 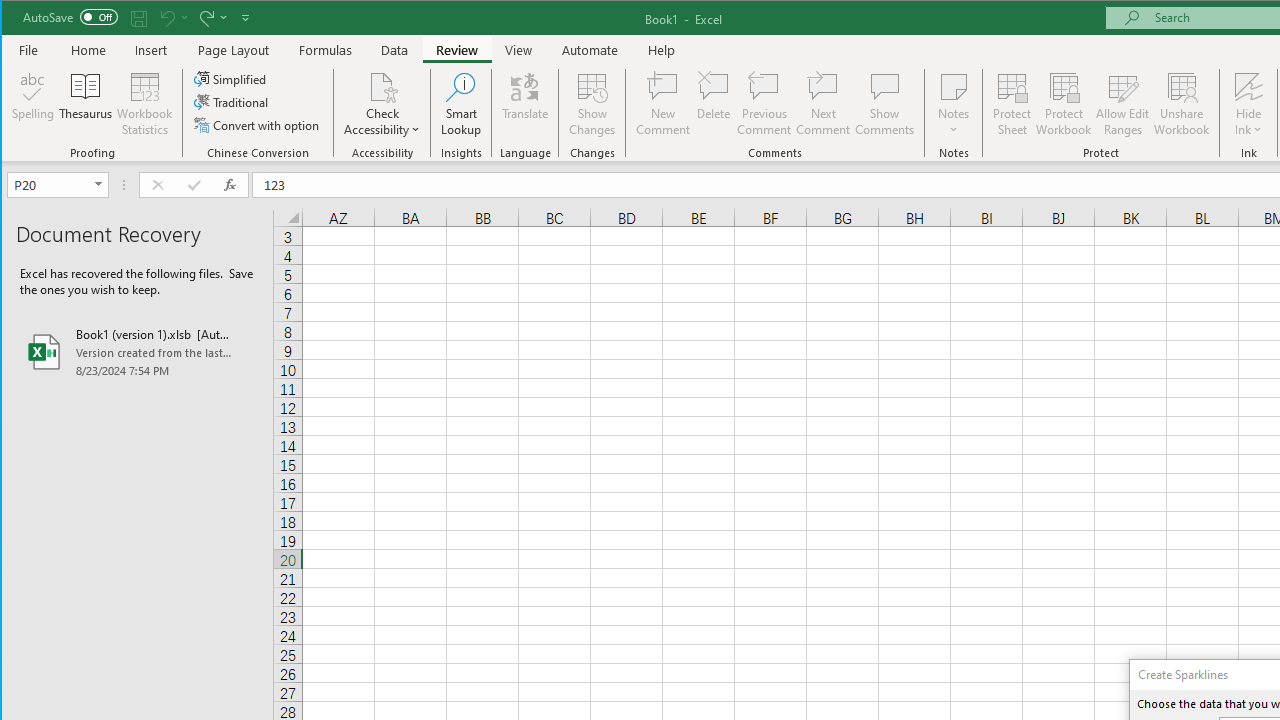 What do you see at coordinates (382, 85) in the screenshot?
I see `'Check Accessibility'` at bounding box center [382, 85].